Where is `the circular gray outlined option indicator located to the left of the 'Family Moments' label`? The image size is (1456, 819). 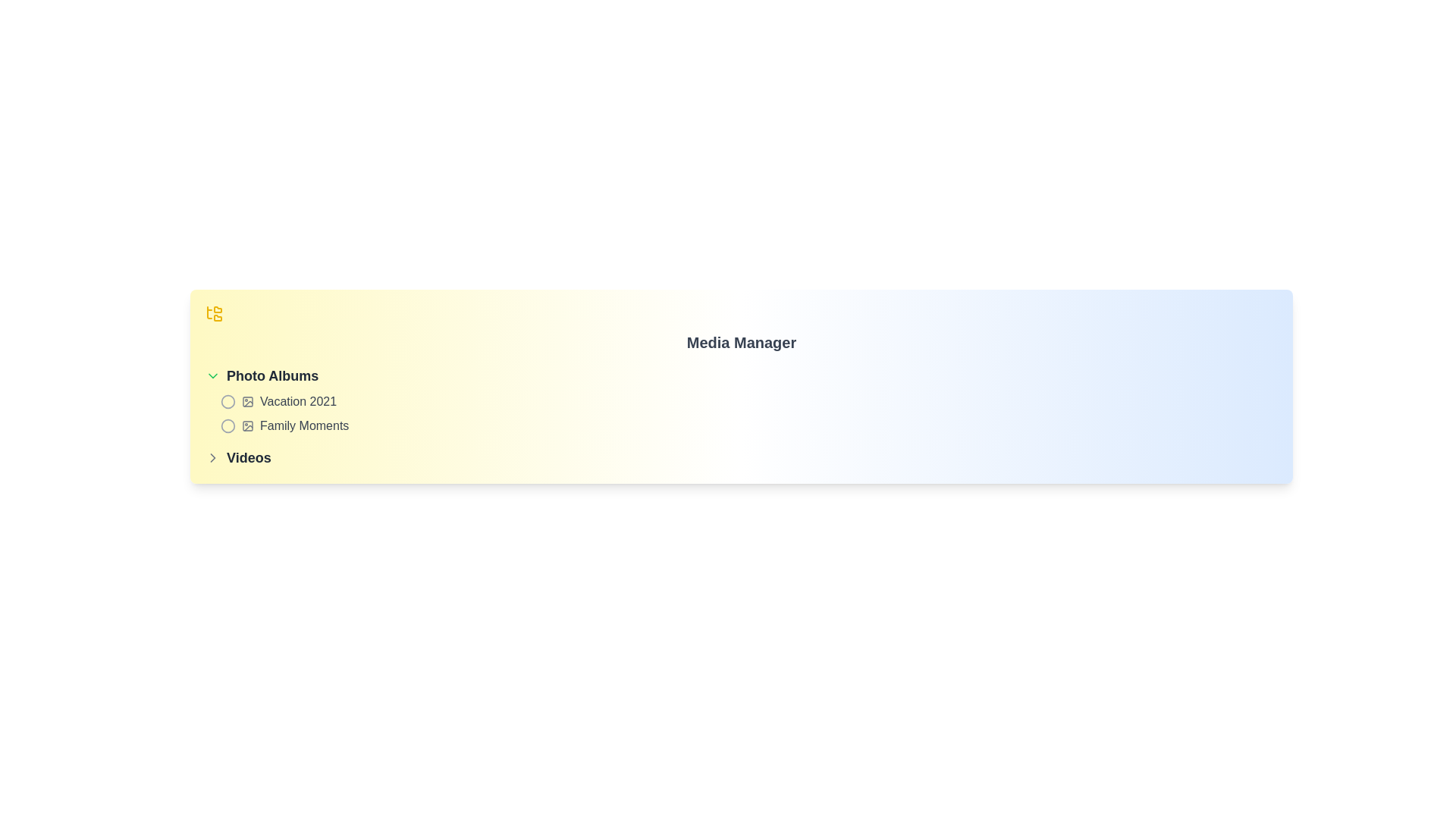 the circular gray outlined option indicator located to the left of the 'Family Moments' label is located at coordinates (227, 426).